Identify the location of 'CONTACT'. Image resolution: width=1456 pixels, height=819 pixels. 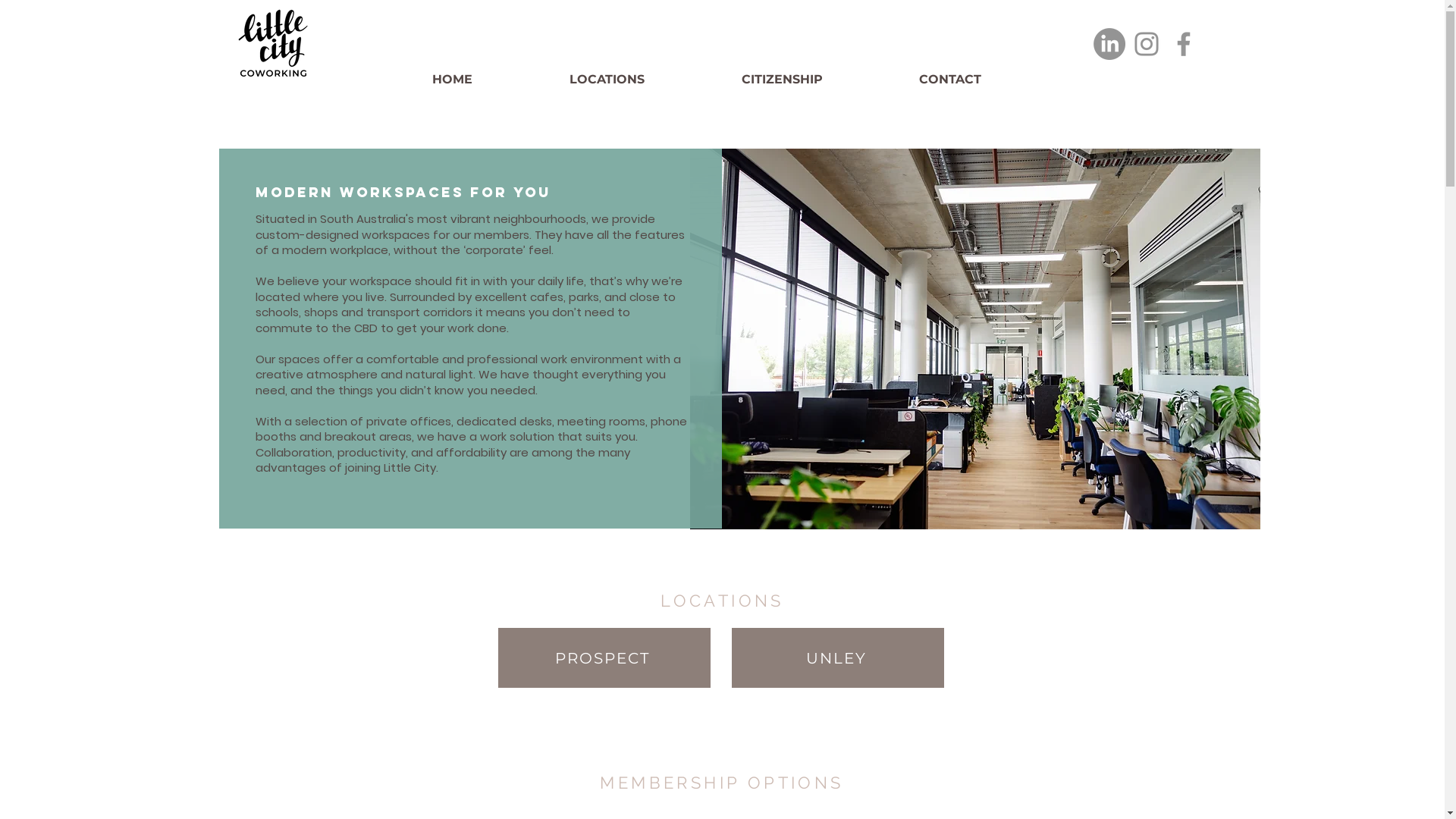
(990, 79).